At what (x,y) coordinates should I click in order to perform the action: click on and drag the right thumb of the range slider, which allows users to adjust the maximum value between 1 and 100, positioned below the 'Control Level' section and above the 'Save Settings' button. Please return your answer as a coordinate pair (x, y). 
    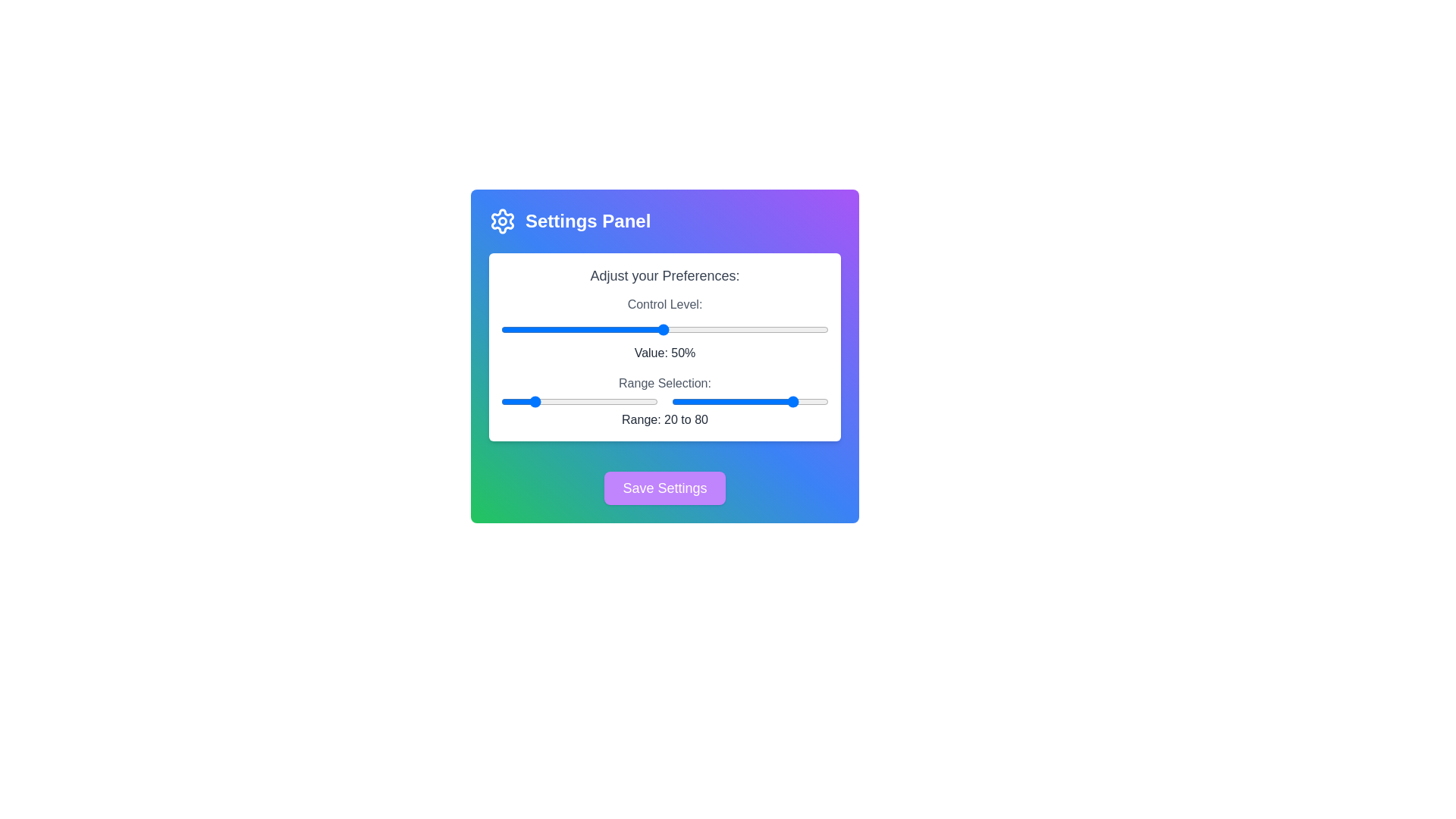
    Looking at the image, I should click on (665, 400).